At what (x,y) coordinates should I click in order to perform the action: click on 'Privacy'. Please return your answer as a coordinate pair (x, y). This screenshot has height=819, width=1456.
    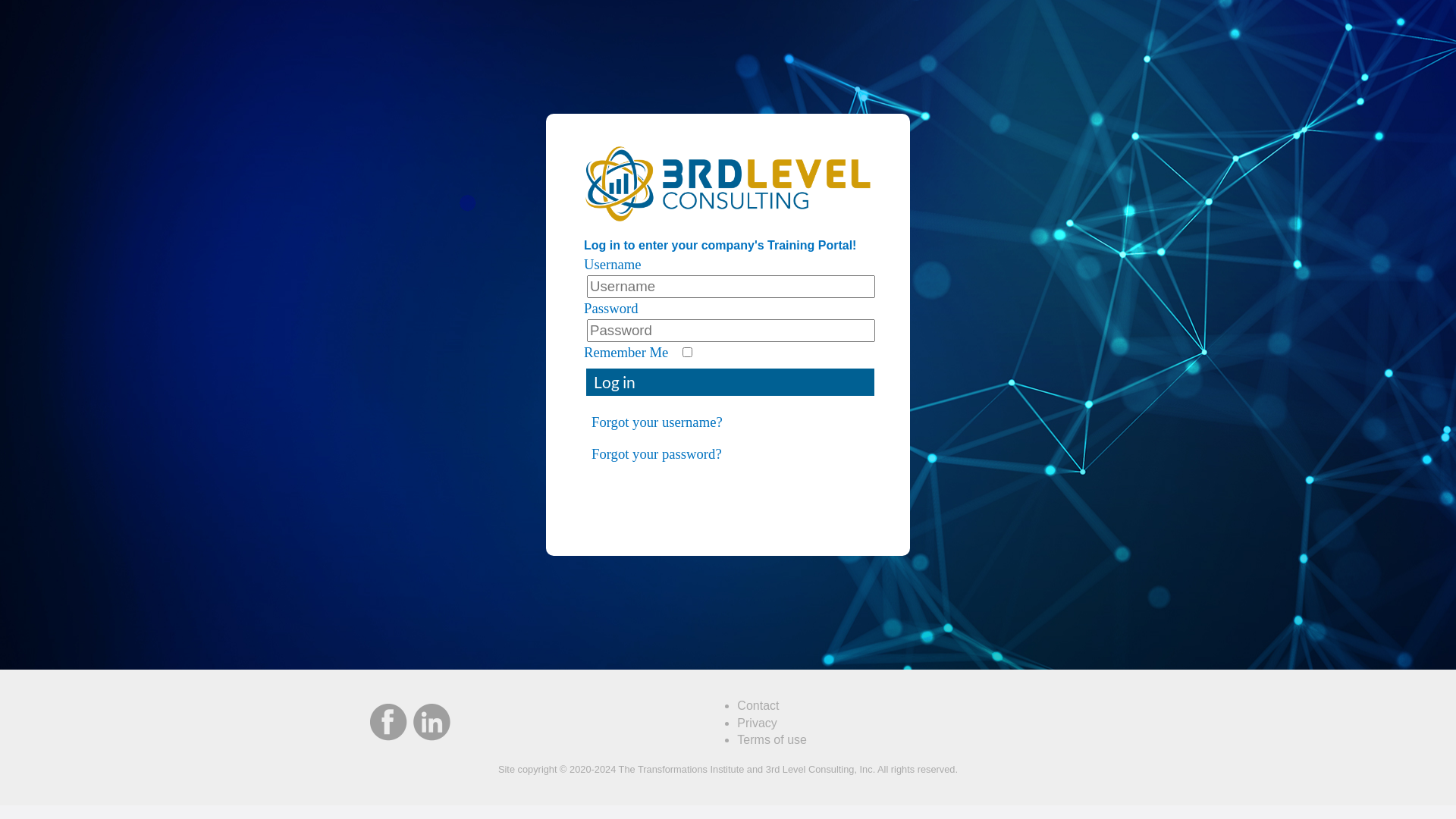
    Looking at the image, I should click on (736, 722).